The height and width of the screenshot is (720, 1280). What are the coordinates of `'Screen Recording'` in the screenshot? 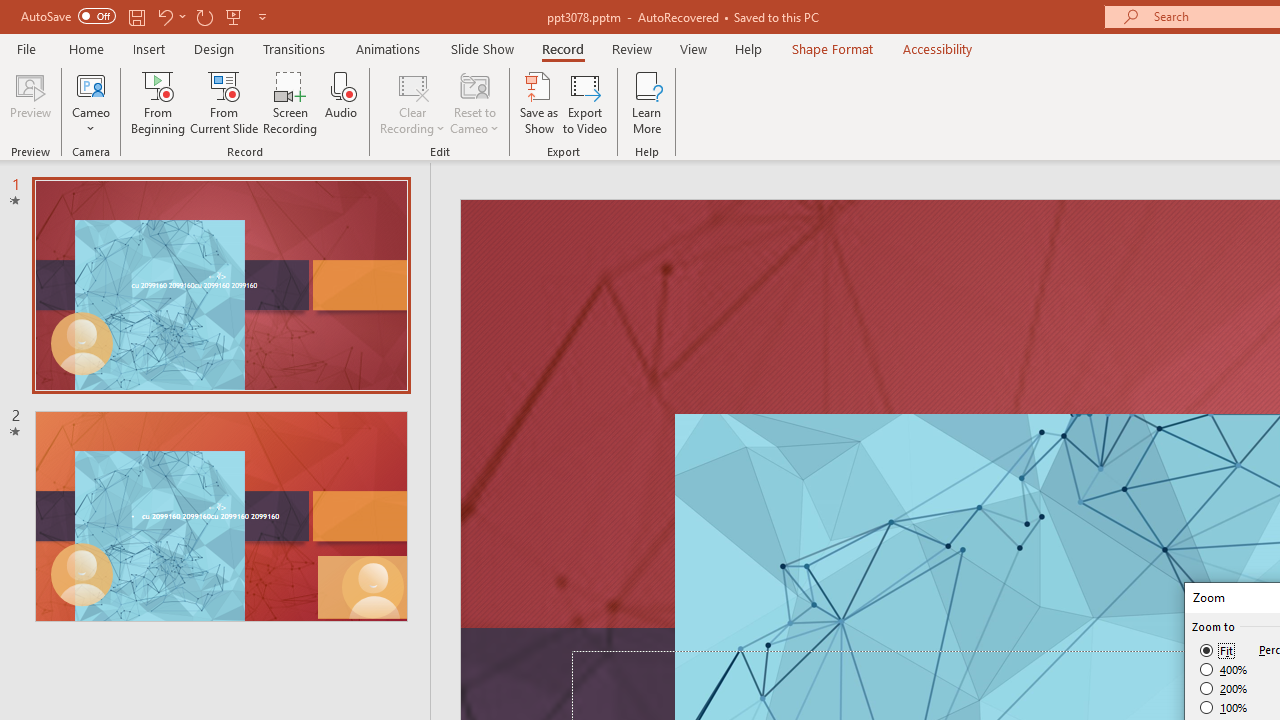 It's located at (289, 103).